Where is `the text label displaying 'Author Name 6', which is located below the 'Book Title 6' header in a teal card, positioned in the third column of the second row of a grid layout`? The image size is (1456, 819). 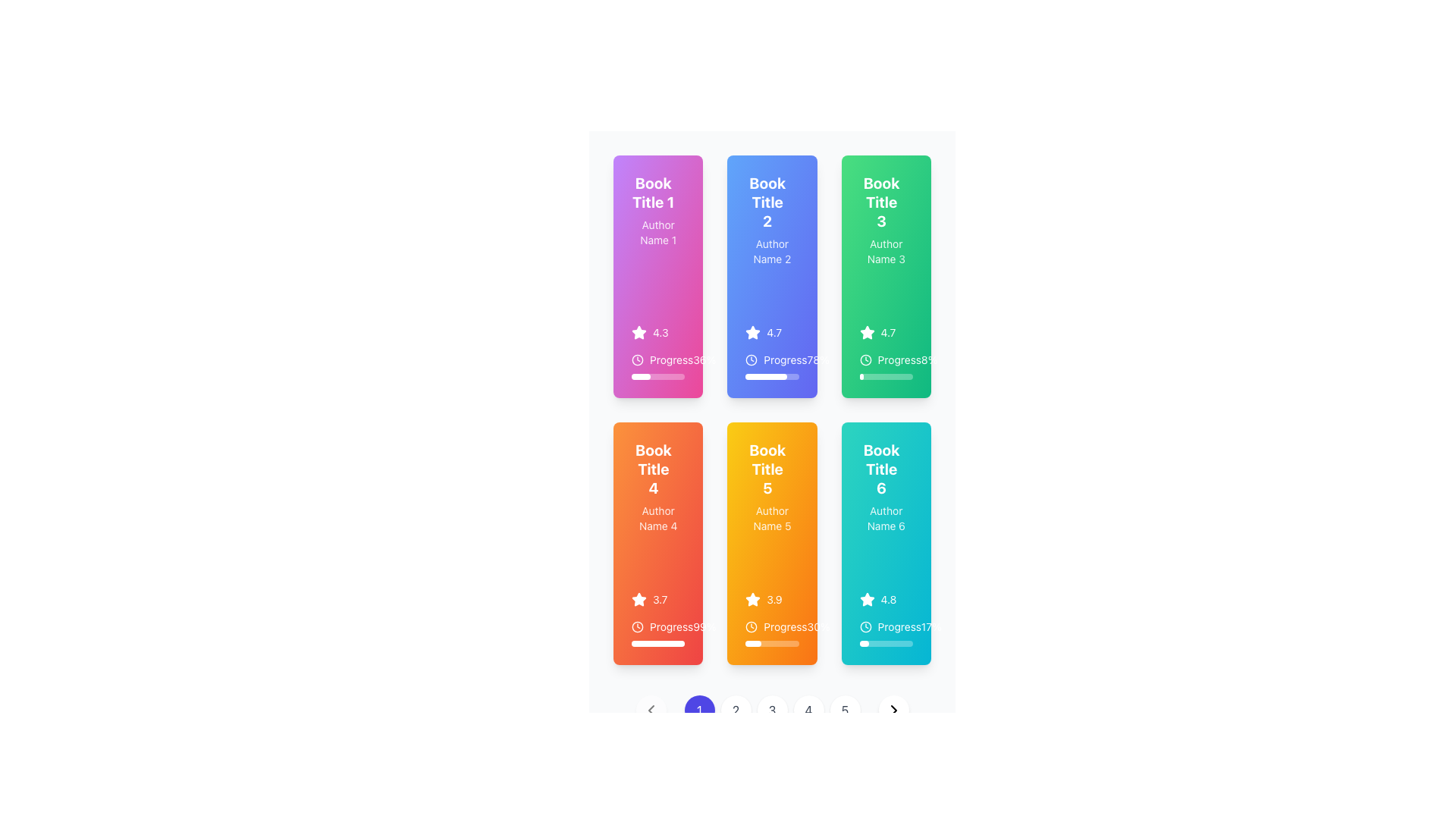
the text label displaying 'Author Name 6', which is located below the 'Book Title 6' header in a teal card, positioned in the third column of the second row of a grid layout is located at coordinates (886, 517).